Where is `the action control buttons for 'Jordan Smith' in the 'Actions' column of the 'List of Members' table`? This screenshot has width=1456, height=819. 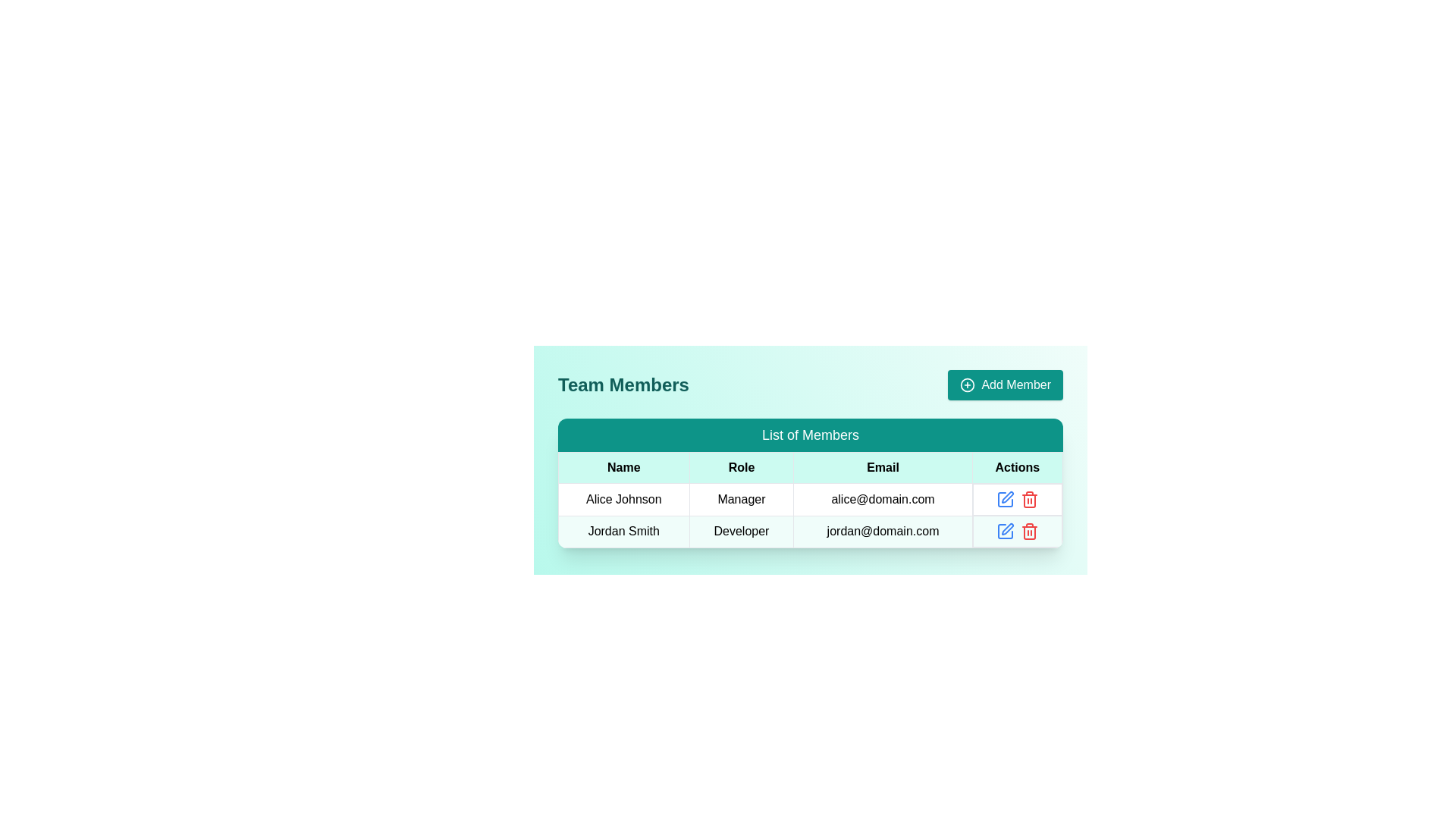 the action control buttons for 'Jordan Smith' in the 'Actions' column of the 'List of Members' table is located at coordinates (1017, 531).